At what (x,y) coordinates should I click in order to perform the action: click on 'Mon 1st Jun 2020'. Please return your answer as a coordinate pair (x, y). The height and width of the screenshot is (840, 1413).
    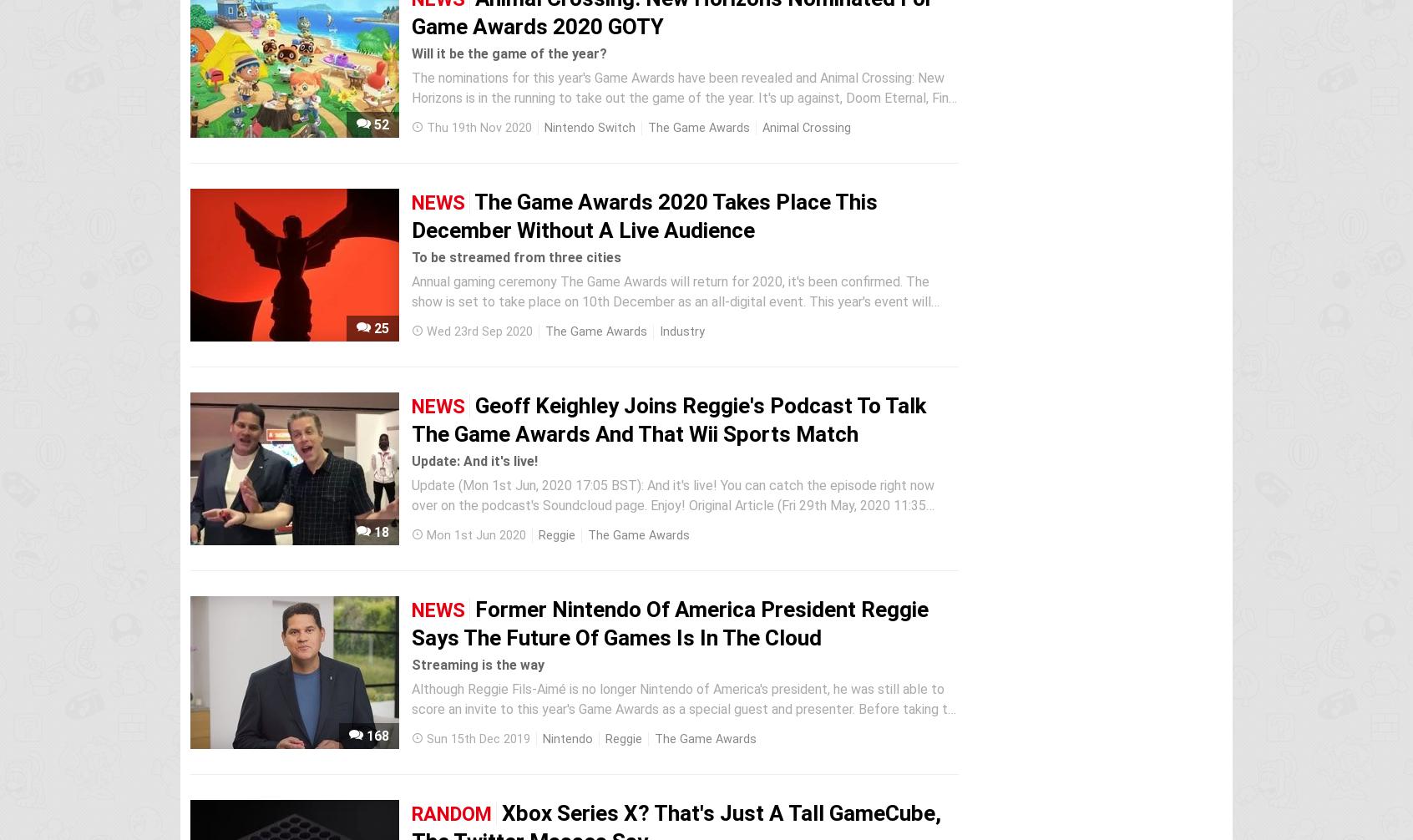
    Looking at the image, I should click on (475, 535).